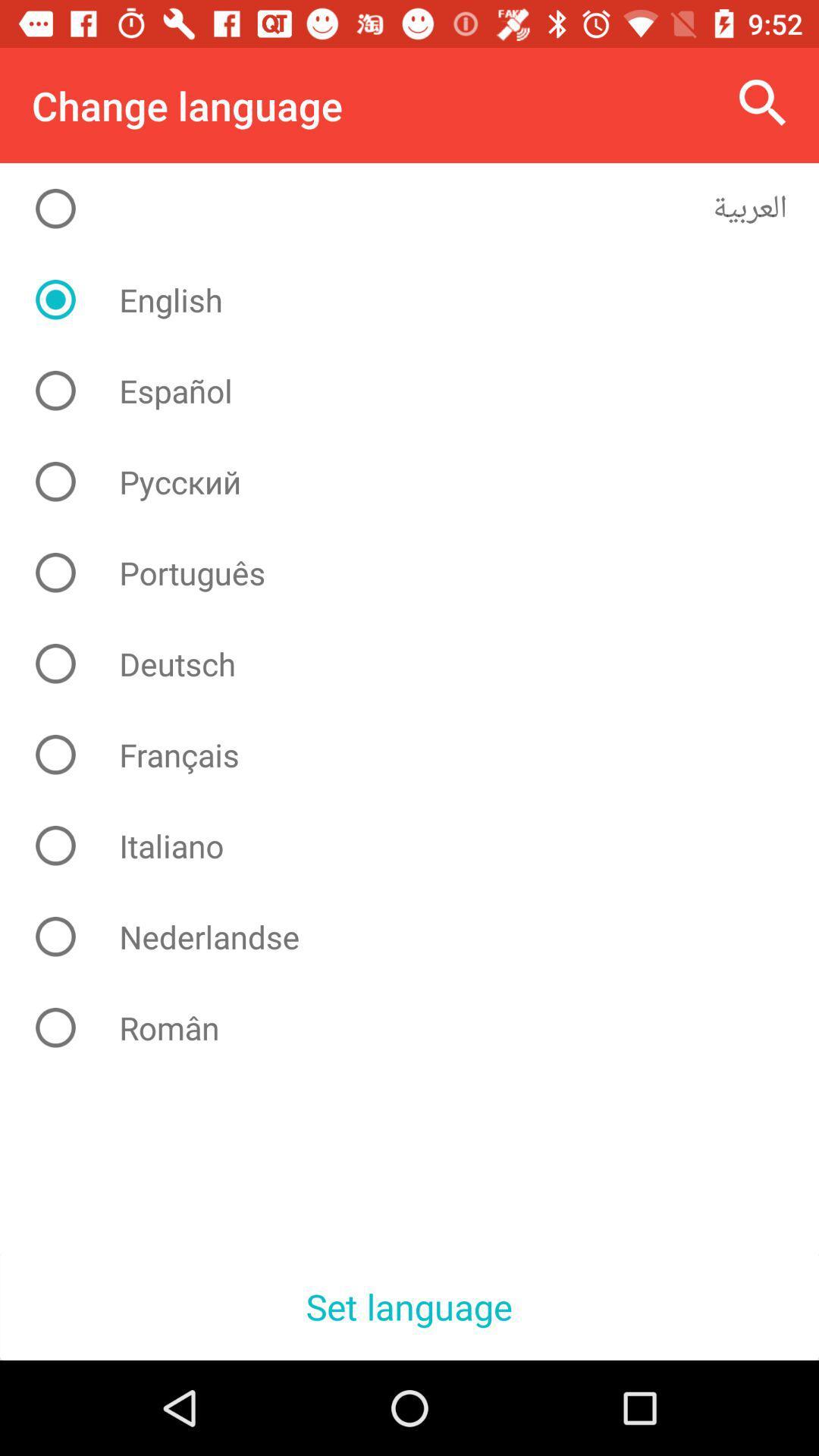  Describe the element at coordinates (421, 300) in the screenshot. I see `english item` at that location.